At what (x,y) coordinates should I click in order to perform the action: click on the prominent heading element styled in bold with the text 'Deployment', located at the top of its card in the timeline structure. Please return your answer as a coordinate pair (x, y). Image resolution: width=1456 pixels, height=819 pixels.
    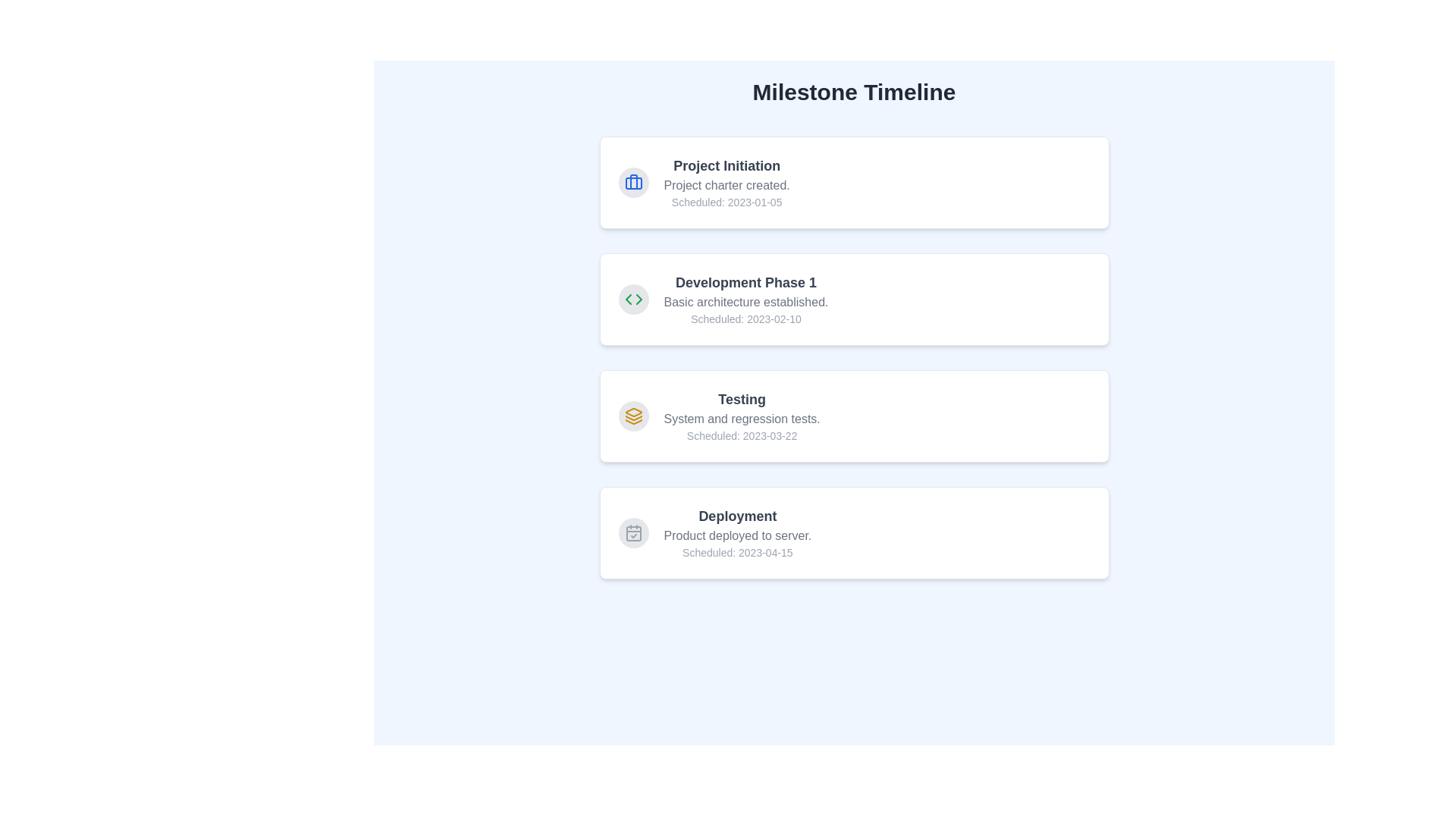
    Looking at the image, I should click on (737, 516).